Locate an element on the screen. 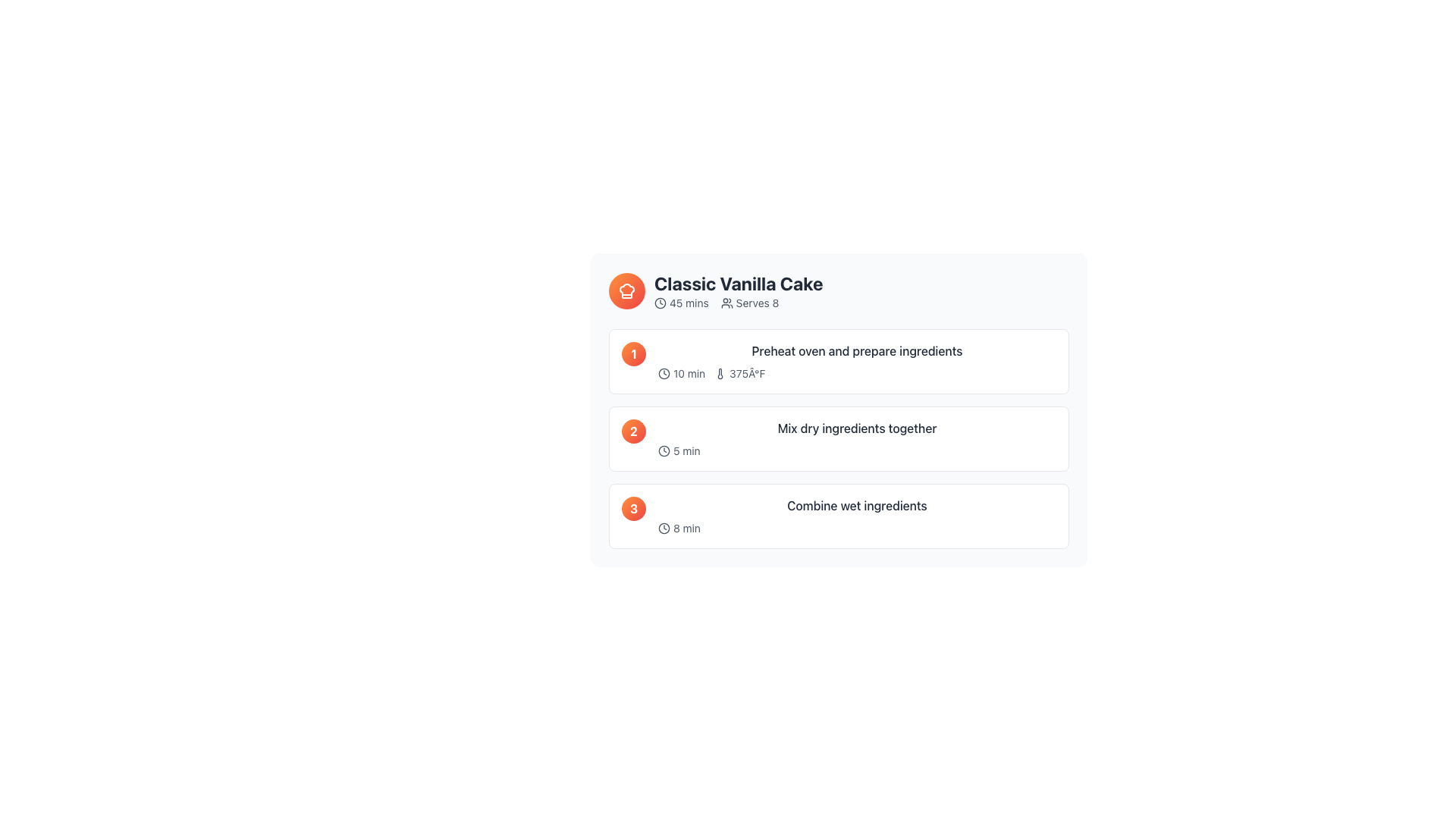 Image resolution: width=1456 pixels, height=819 pixels. the List item labeled as Step 3, which contains the number '3' in a gradient orange circle and the text 'Combine wet ingredients' is located at coordinates (838, 516).